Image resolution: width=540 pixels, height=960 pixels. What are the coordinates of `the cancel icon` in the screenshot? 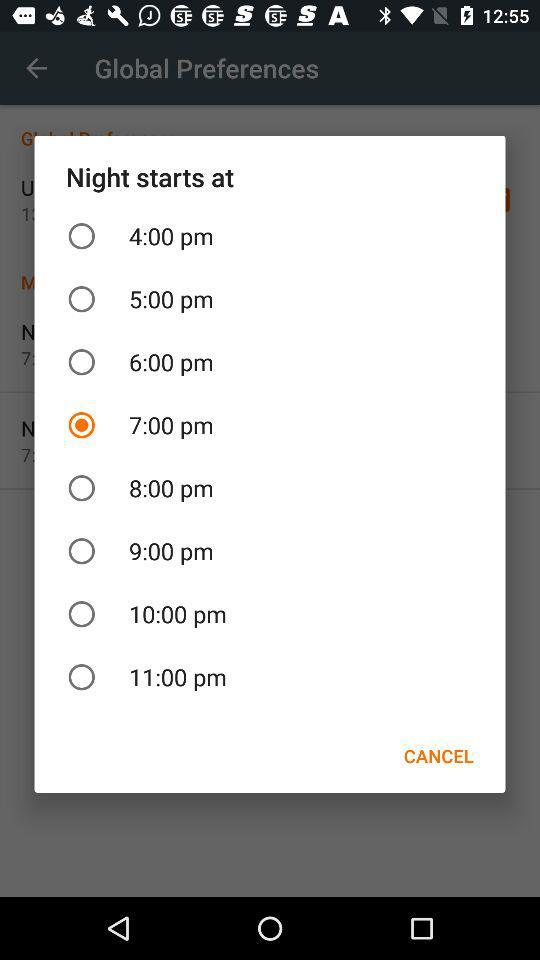 It's located at (437, 755).